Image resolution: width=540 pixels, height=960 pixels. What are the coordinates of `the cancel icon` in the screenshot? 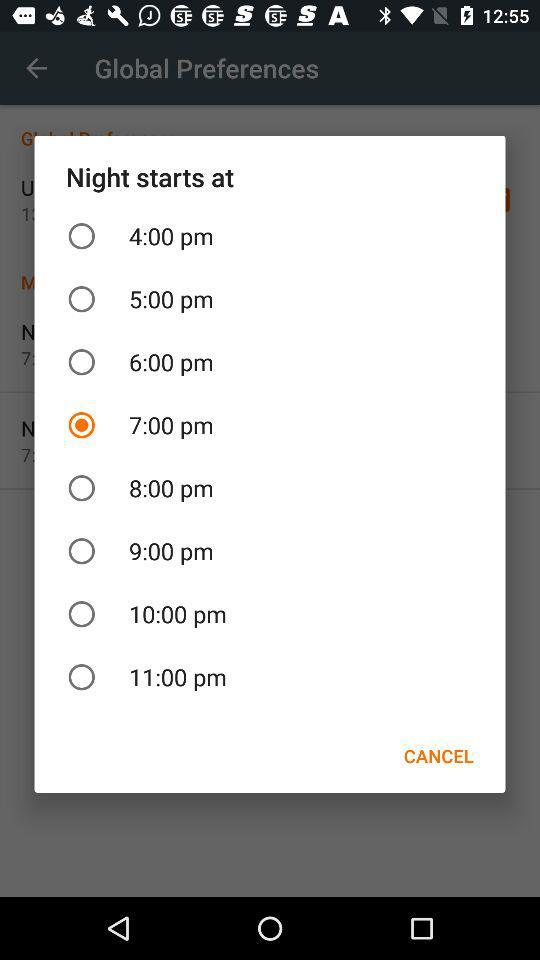 It's located at (437, 755).